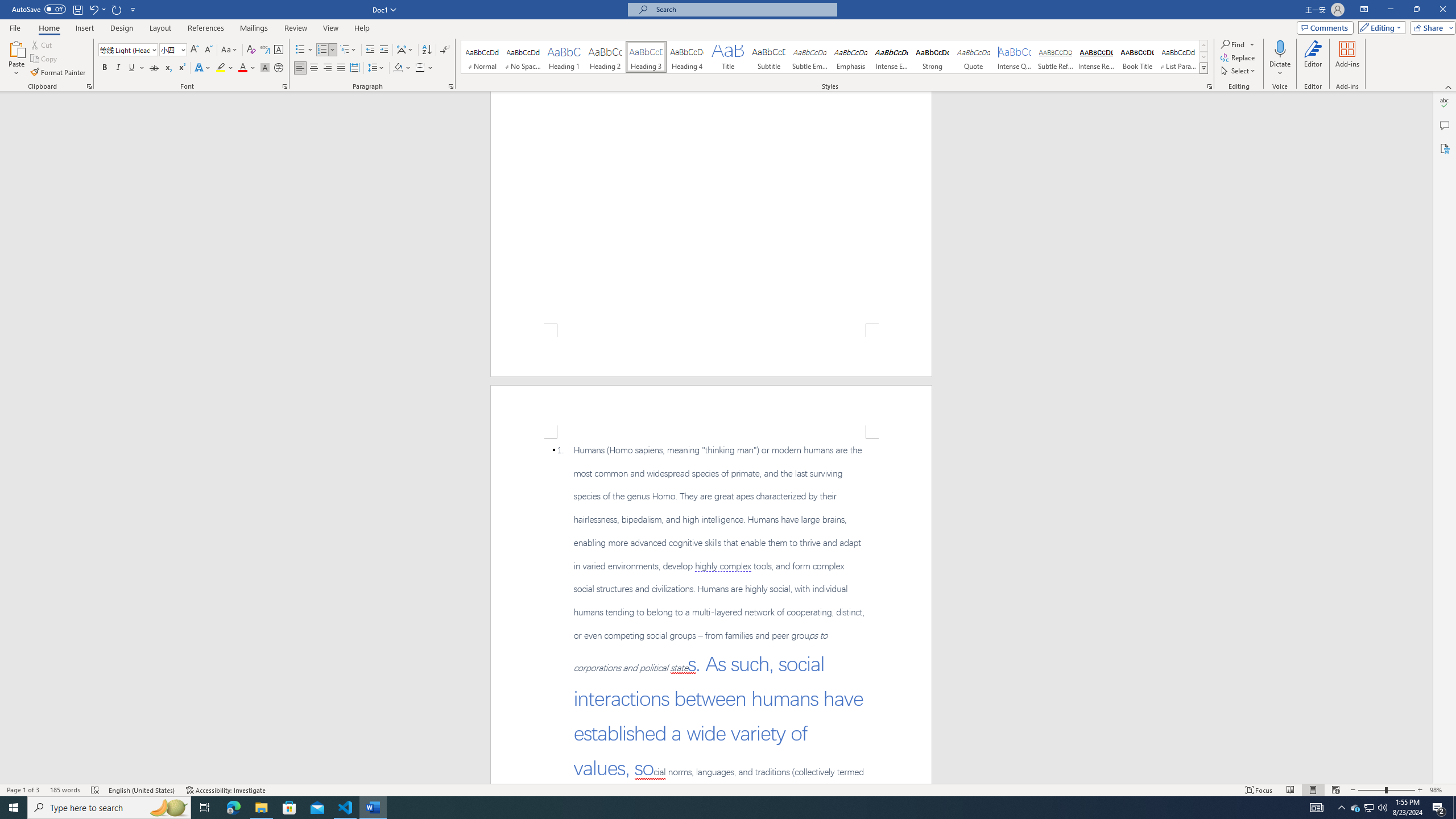 The width and height of the screenshot is (1456, 819). Describe the element at coordinates (711, 207) in the screenshot. I see `'Page 1 content'` at that location.